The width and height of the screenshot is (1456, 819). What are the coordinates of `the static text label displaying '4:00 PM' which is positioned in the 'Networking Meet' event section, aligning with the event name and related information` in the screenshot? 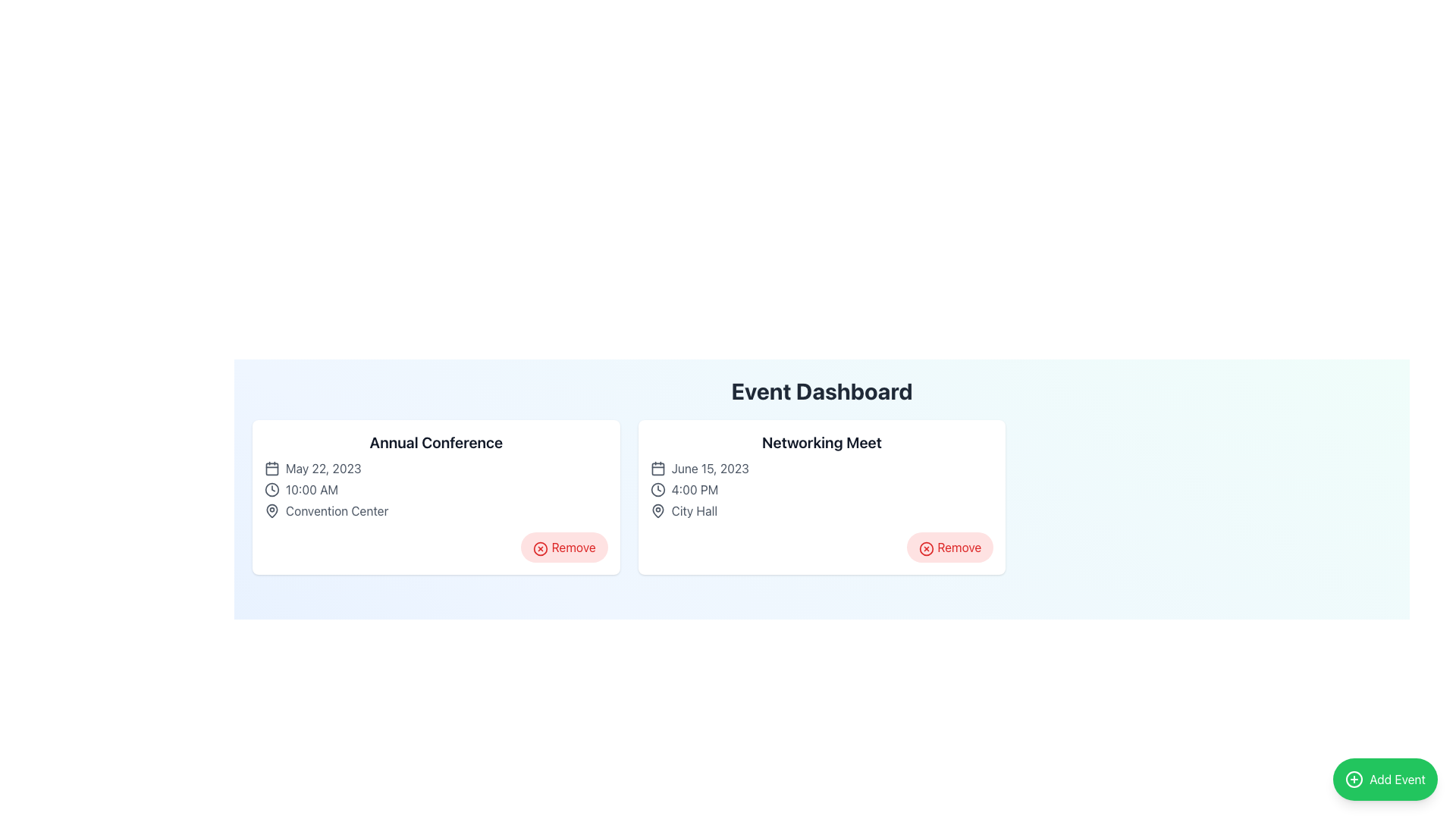 It's located at (694, 489).